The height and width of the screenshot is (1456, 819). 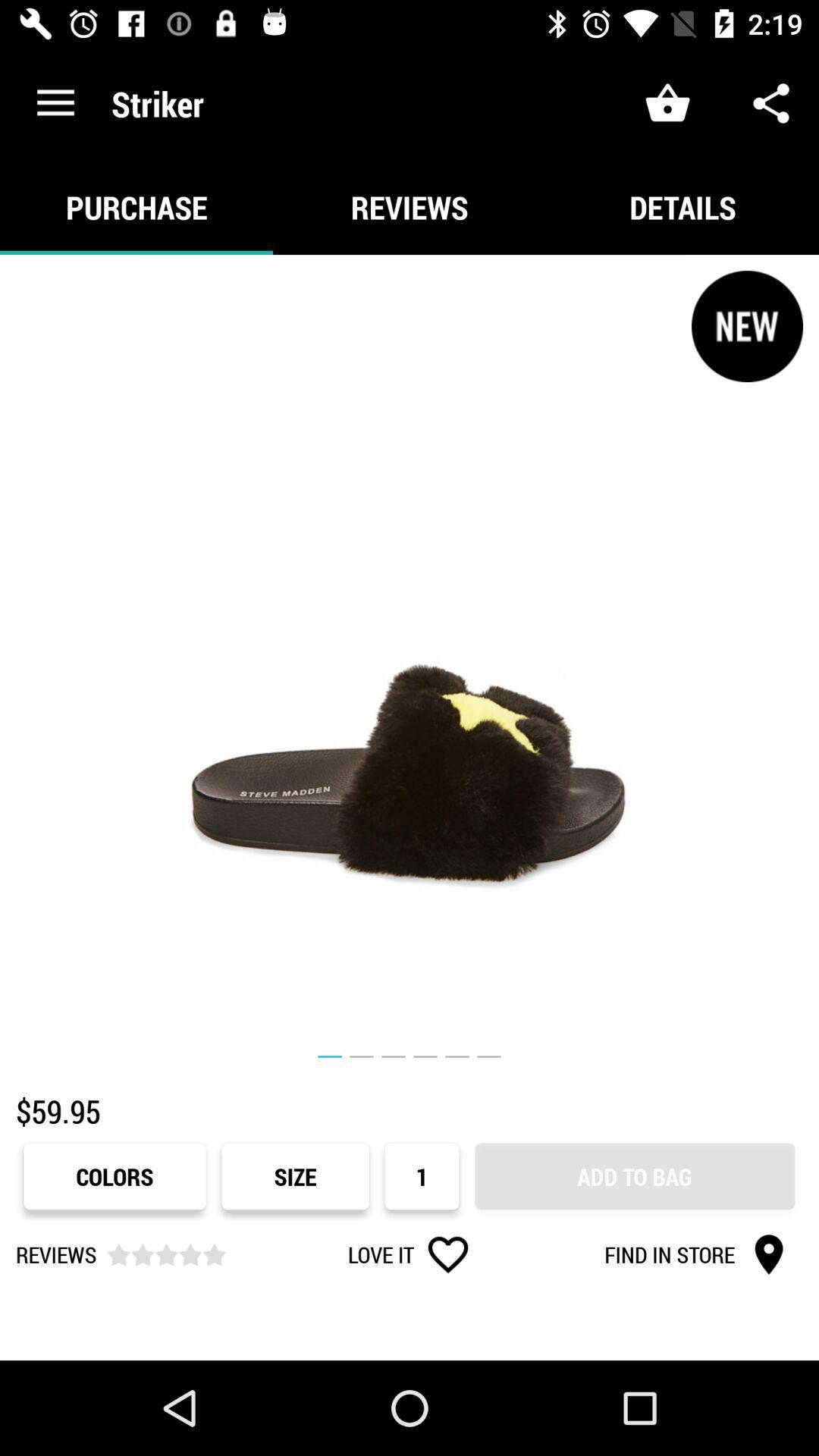 What do you see at coordinates (55, 102) in the screenshot?
I see `item to the left of the striker` at bounding box center [55, 102].